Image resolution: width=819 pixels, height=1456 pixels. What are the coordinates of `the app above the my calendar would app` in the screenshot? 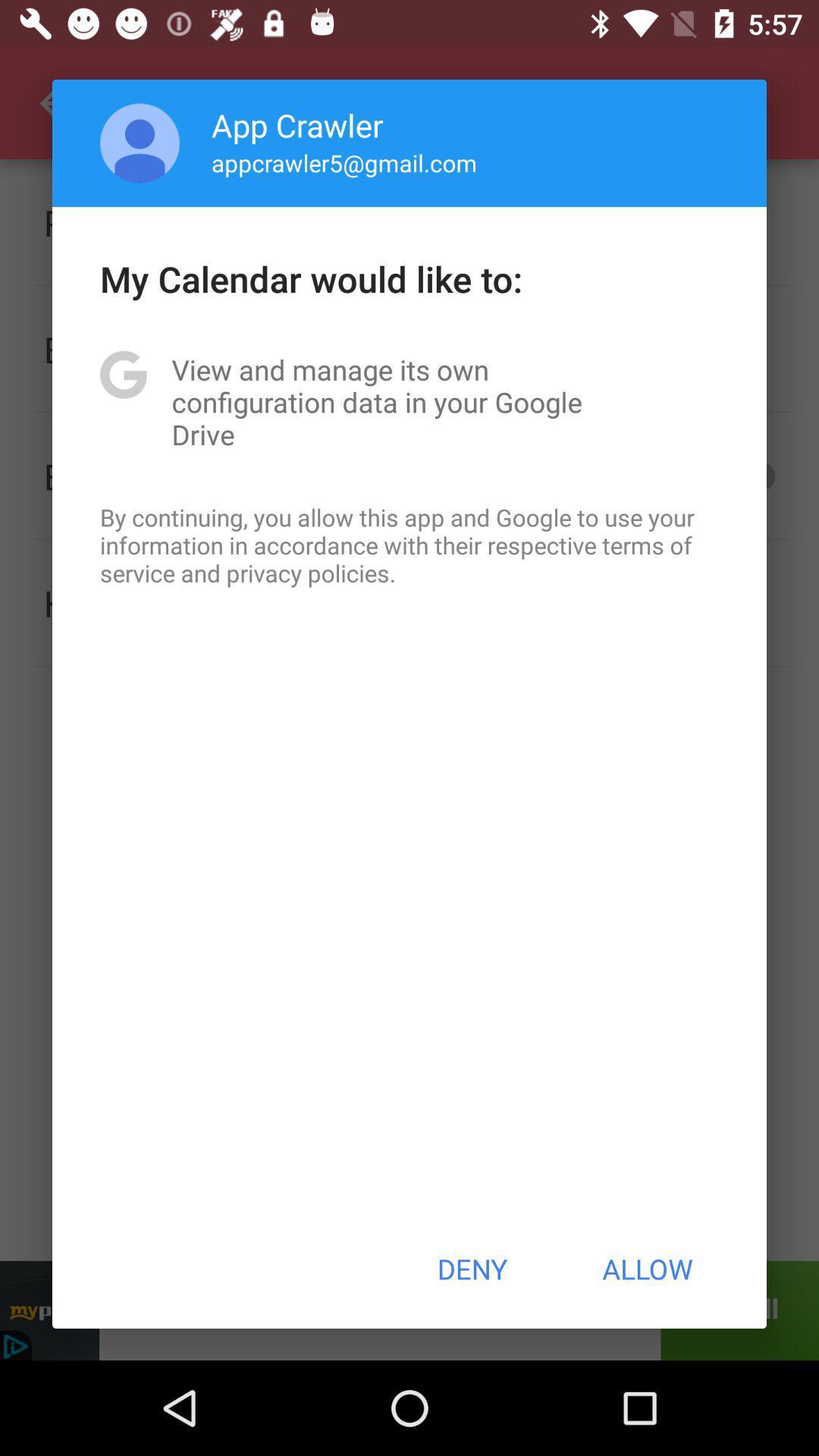 It's located at (344, 162).